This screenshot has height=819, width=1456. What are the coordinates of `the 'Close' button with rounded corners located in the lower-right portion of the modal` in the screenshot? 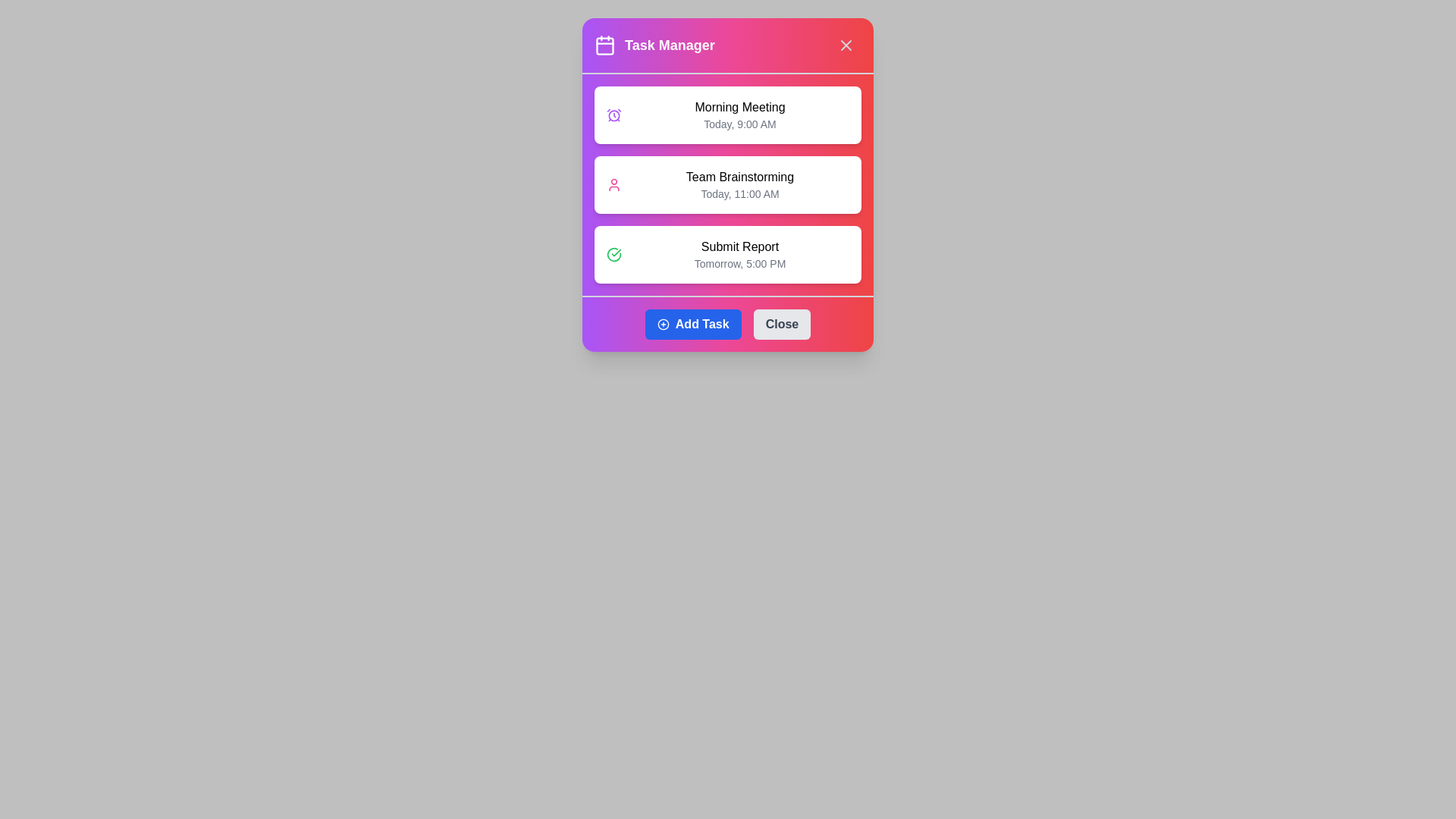 It's located at (782, 324).